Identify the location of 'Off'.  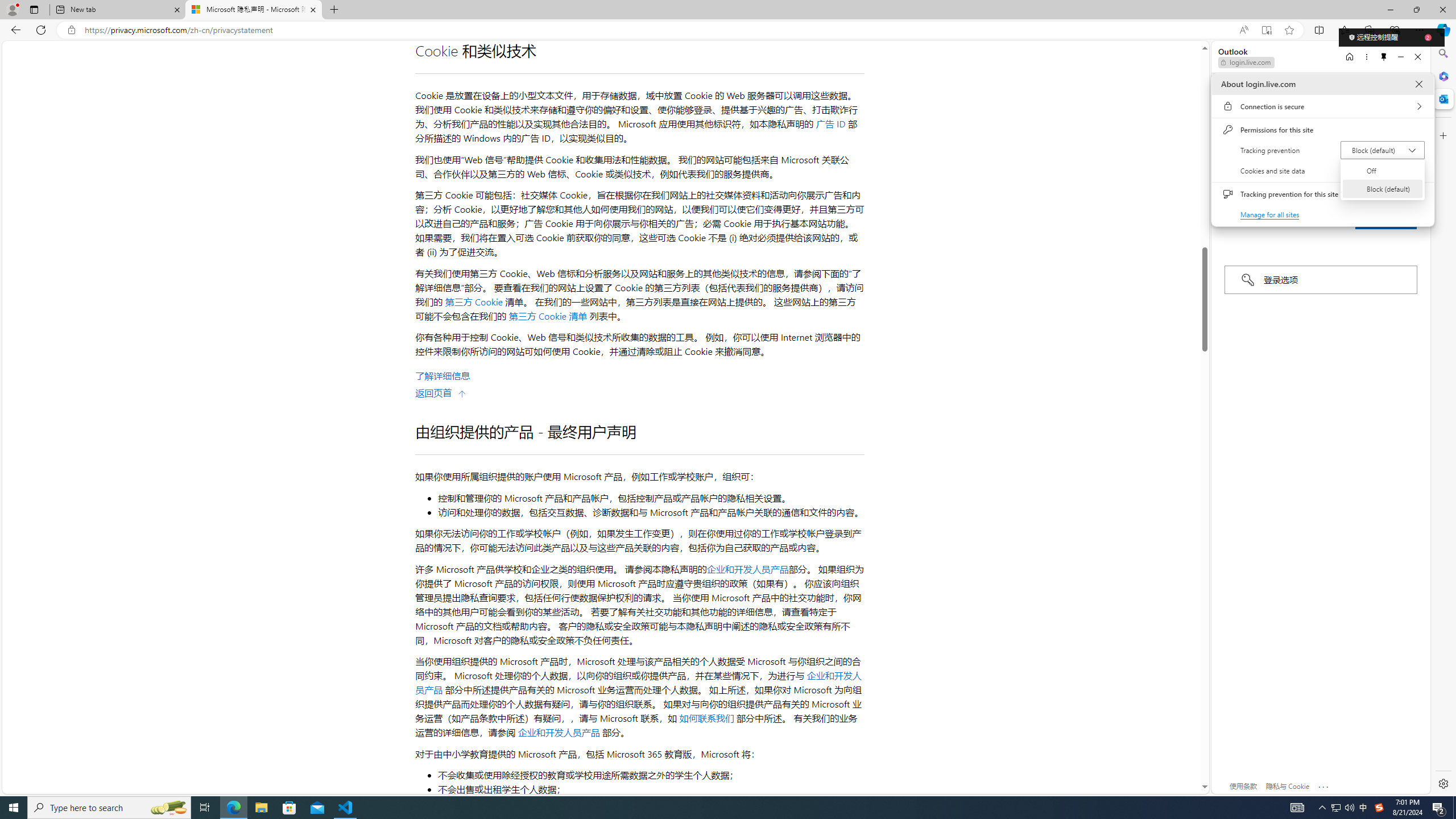
(1381, 169).